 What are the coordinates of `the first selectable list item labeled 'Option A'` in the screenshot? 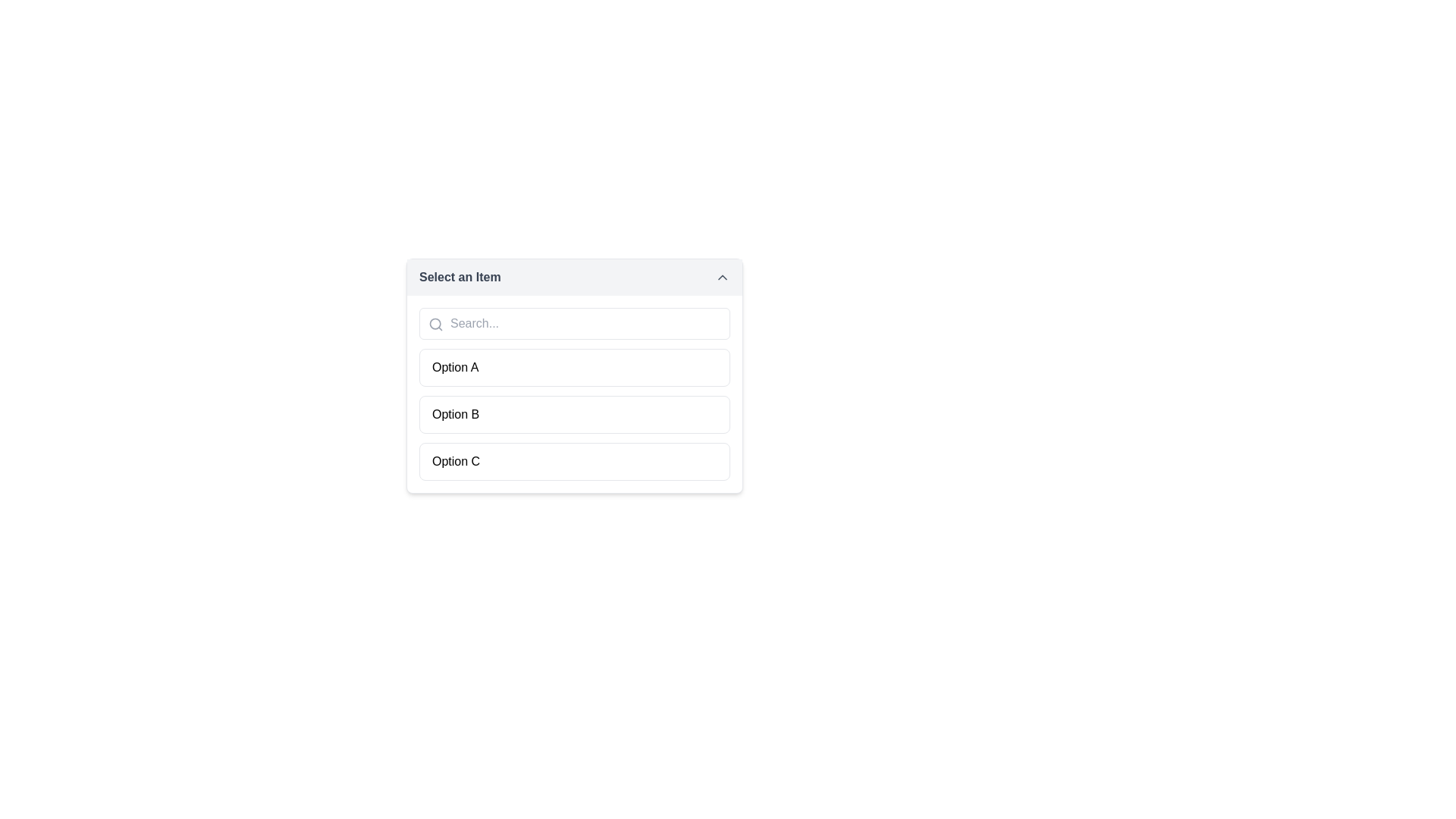 It's located at (574, 368).